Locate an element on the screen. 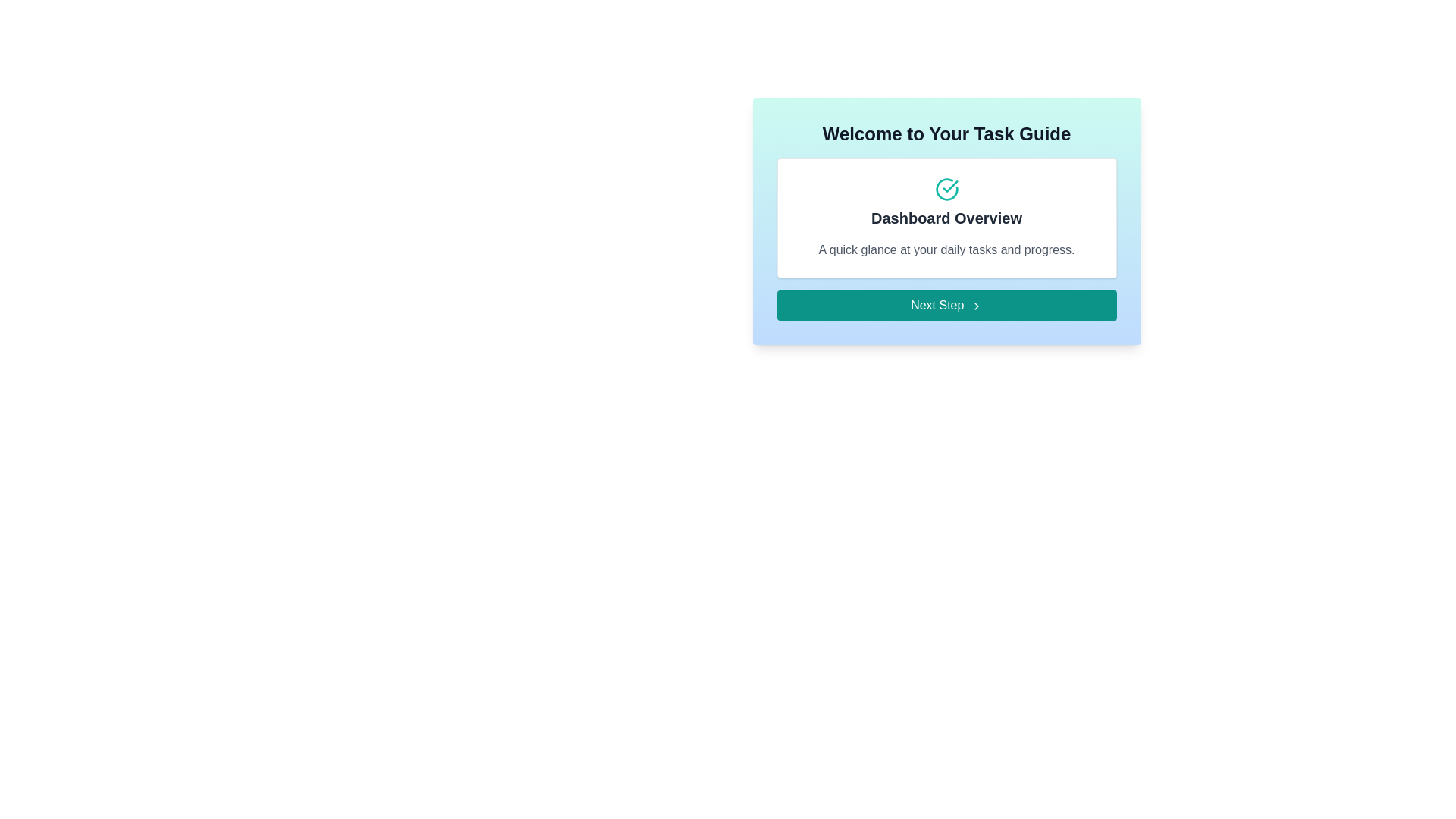  the teal-colored 'Next Step' button with rounded corners located beneath the 'Dashboard Overview' section to proceed to the next step is located at coordinates (946, 305).